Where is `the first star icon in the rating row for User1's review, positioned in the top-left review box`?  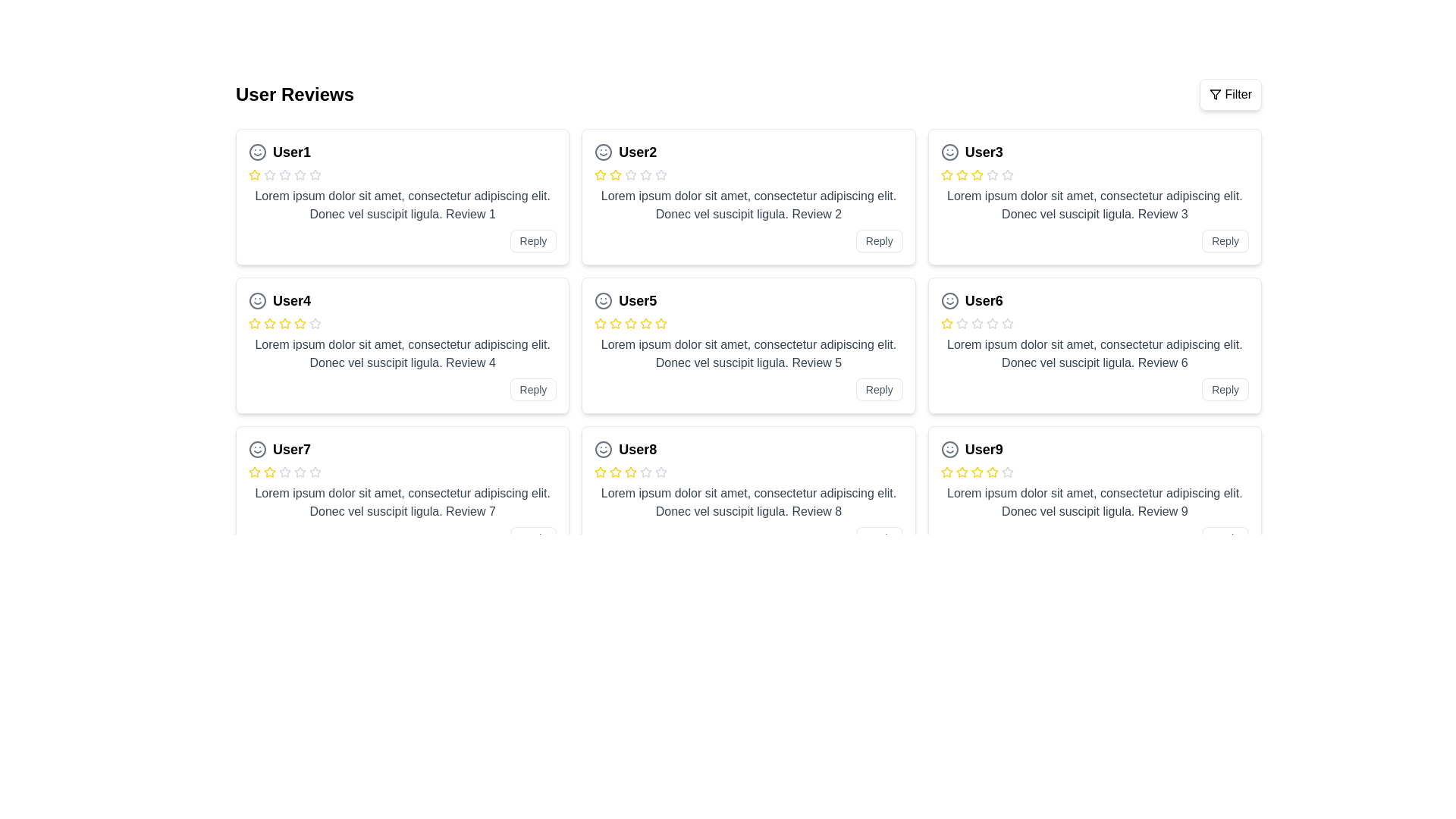
the first star icon in the rating row for User1's review, positioned in the top-left review box is located at coordinates (269, 174).